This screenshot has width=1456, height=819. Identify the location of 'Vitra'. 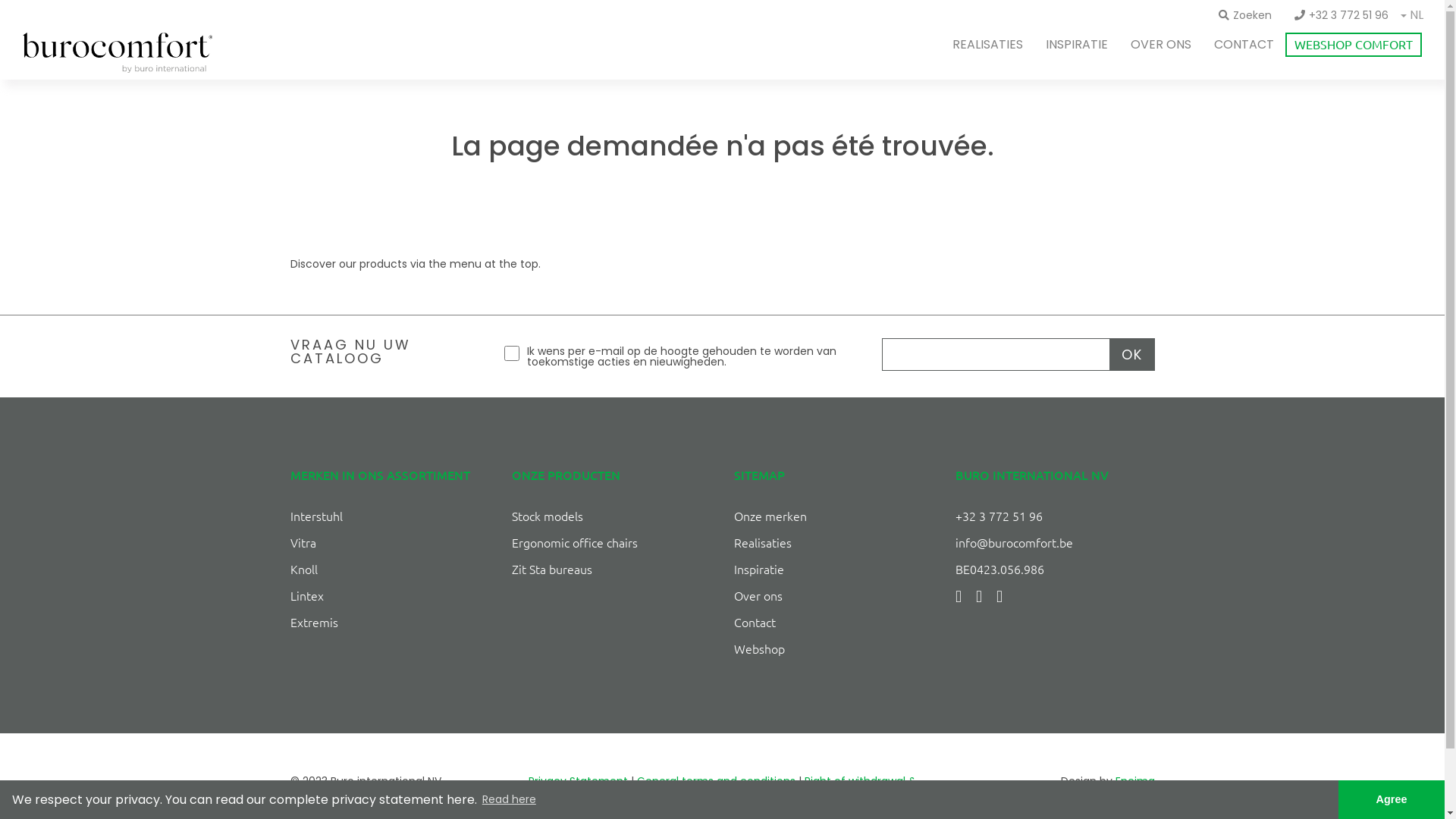
(302, 541).